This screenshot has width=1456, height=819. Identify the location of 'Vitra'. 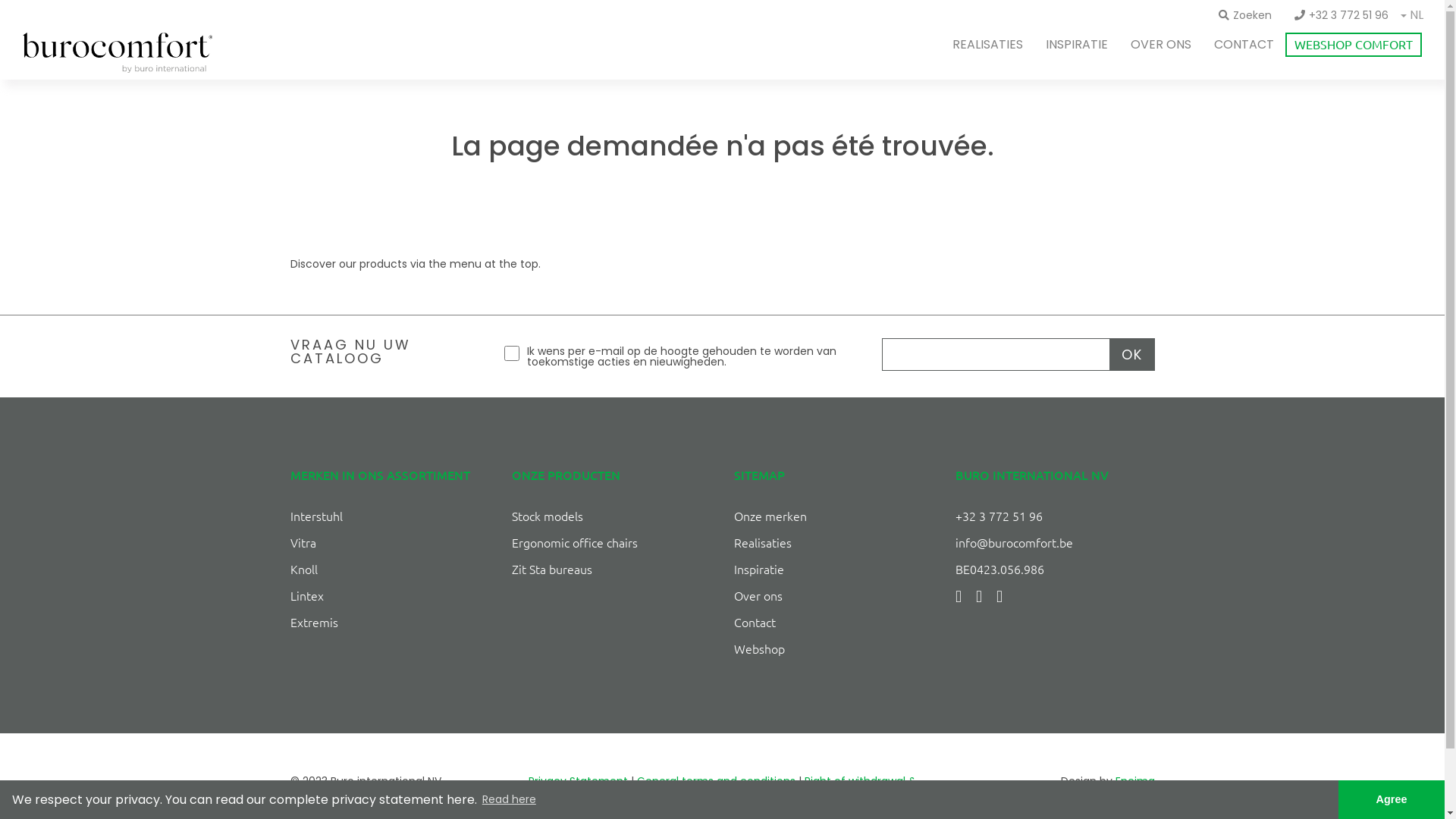
(302, 541).